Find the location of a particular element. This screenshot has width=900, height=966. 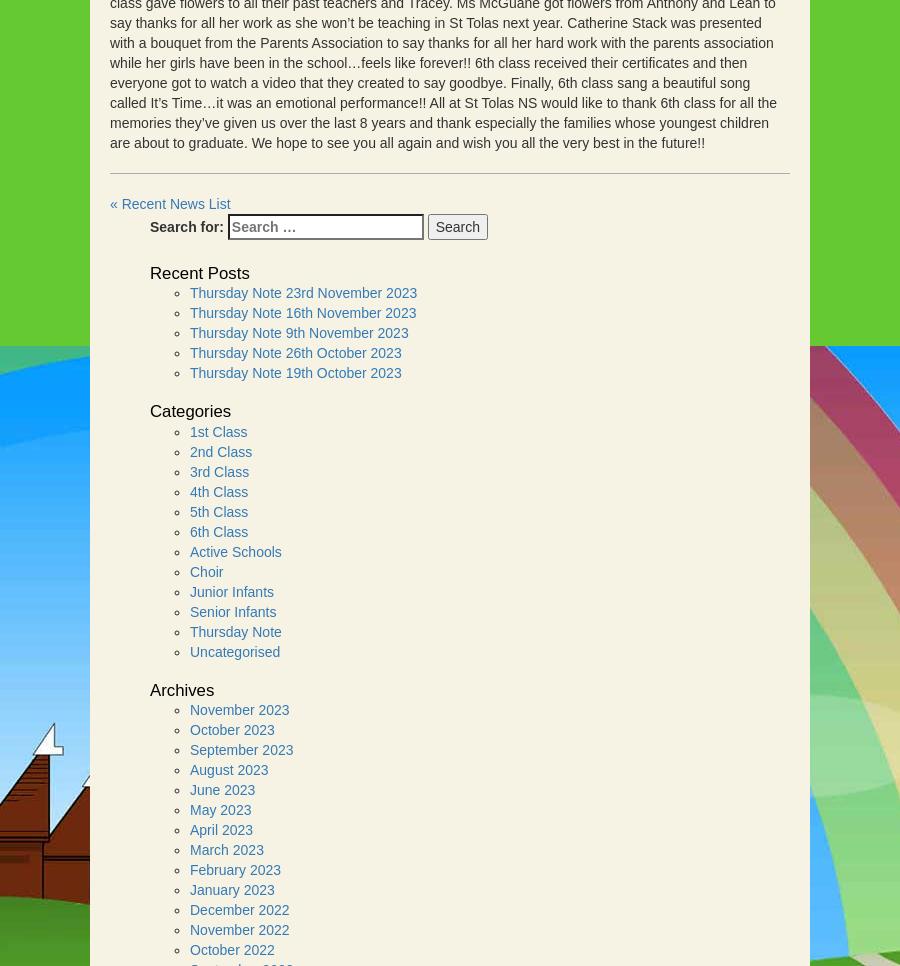

'1st Class' is located at coordinates (218, 430).